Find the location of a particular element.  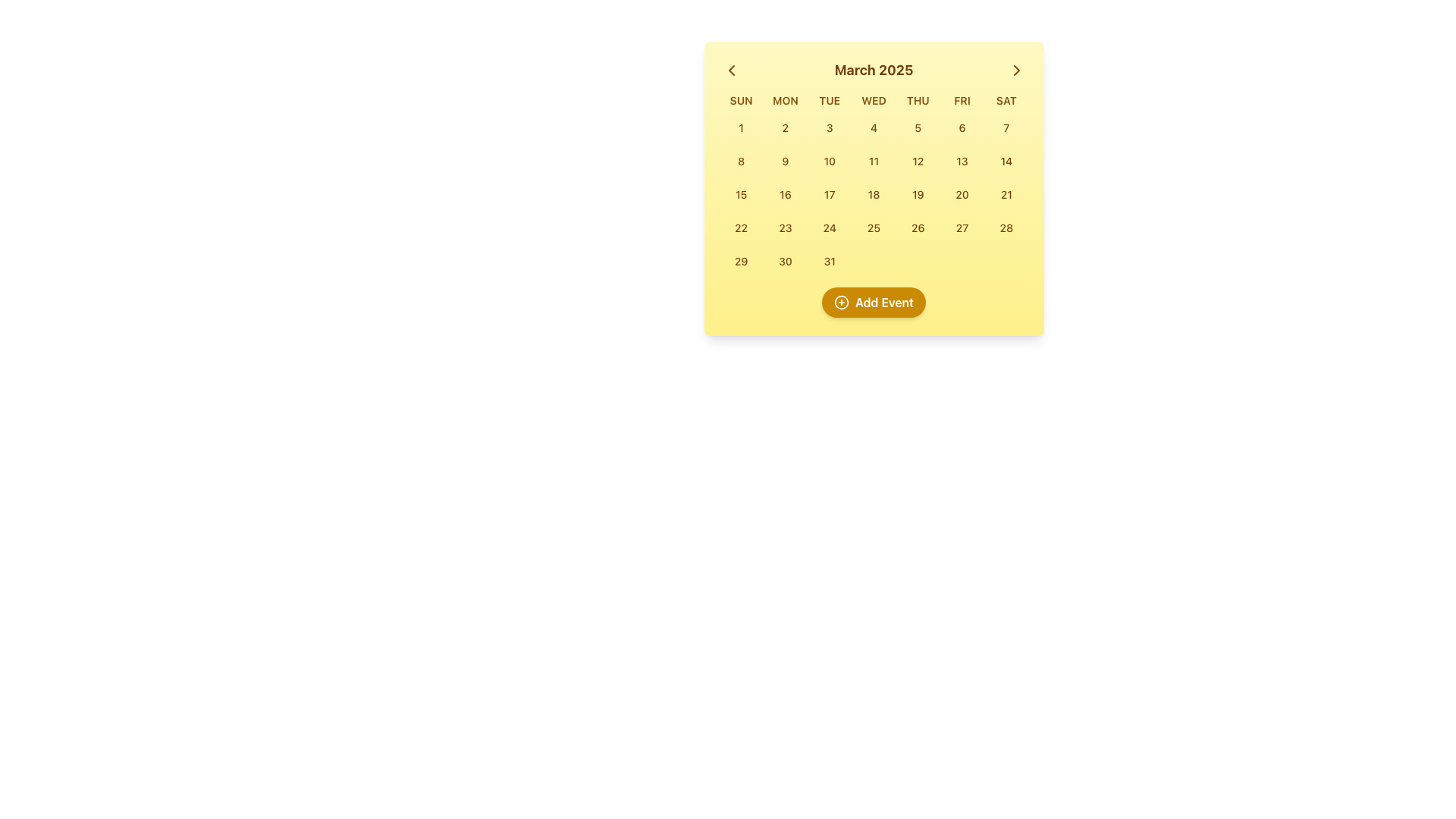

to select the date March 20, 2025, represented in the clickable calendar grid cell located in the fourth row and sixth column of the calendar is located at coordinates (962, 194).